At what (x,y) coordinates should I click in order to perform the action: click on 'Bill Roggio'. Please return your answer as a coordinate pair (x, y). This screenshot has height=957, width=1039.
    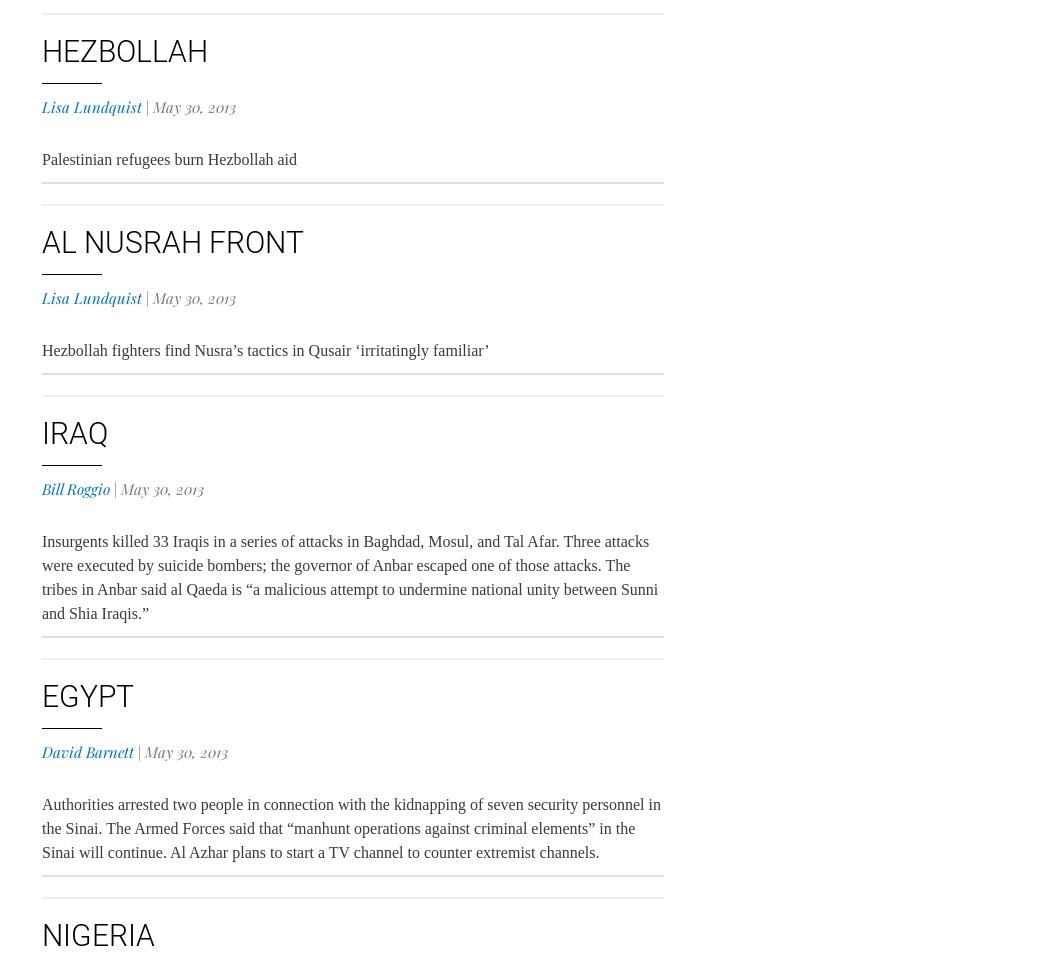
    Looking at the image, I should click on (74, 489).